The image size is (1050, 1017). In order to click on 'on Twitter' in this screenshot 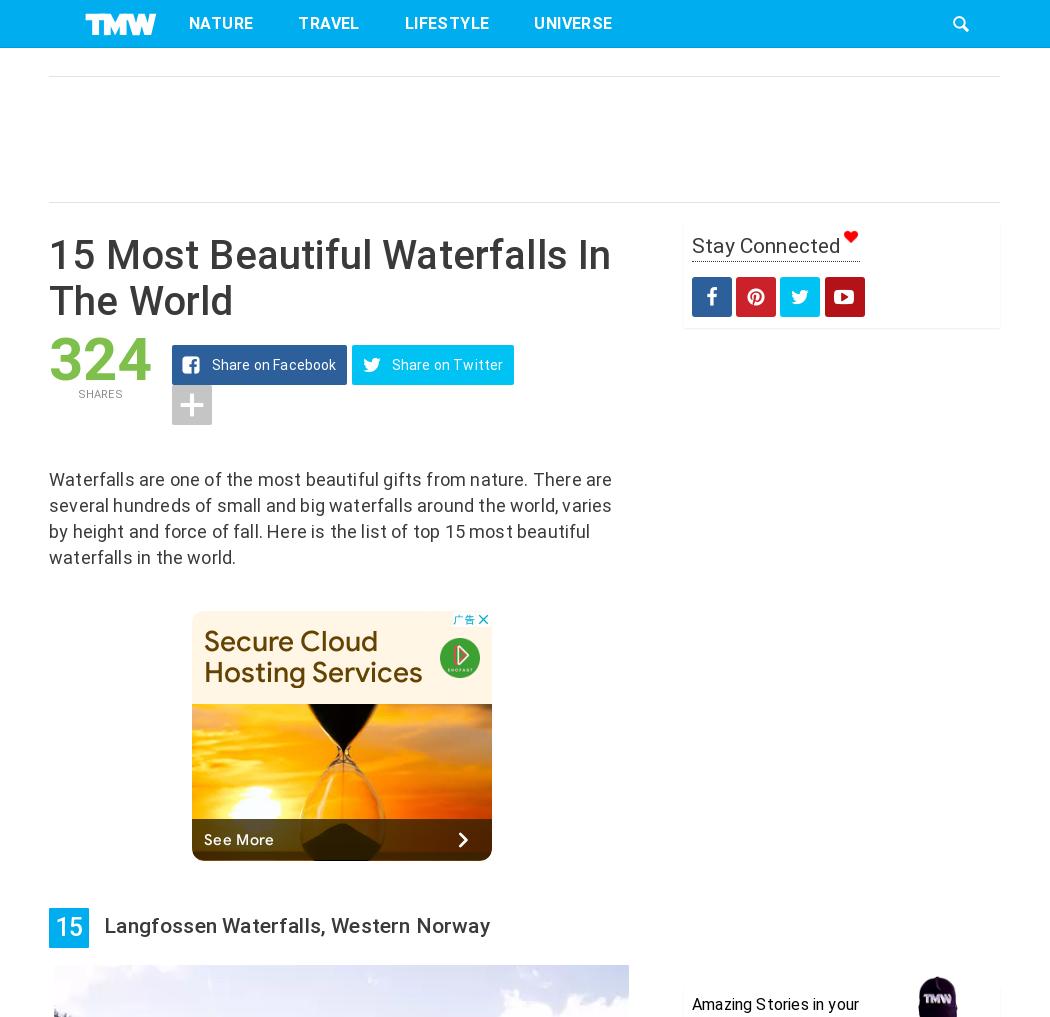, I will do `click(467, 364)`.